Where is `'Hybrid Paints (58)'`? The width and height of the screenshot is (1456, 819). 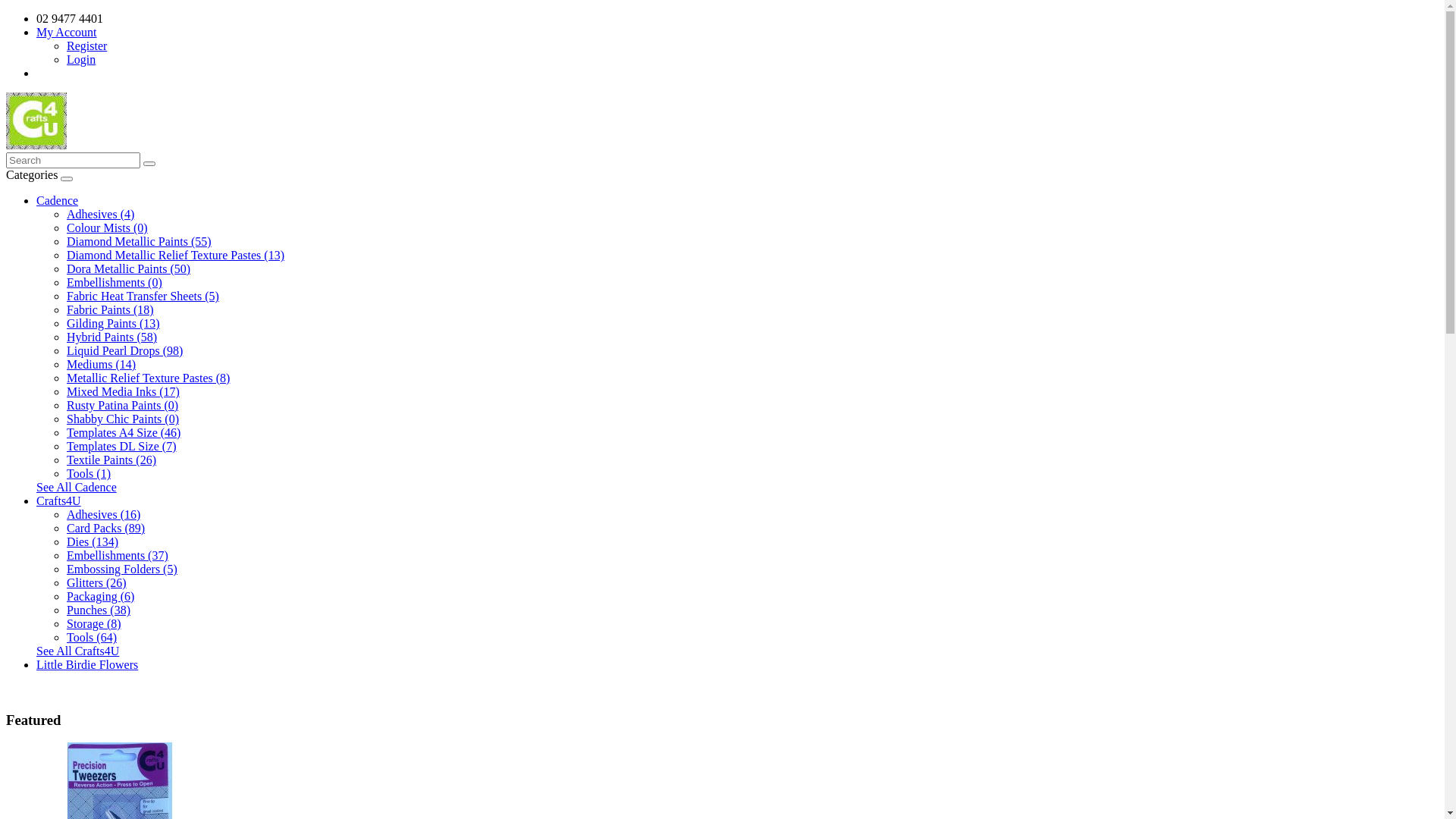 'Hybrid Paints (58)' is located at coordinates (65, 336).